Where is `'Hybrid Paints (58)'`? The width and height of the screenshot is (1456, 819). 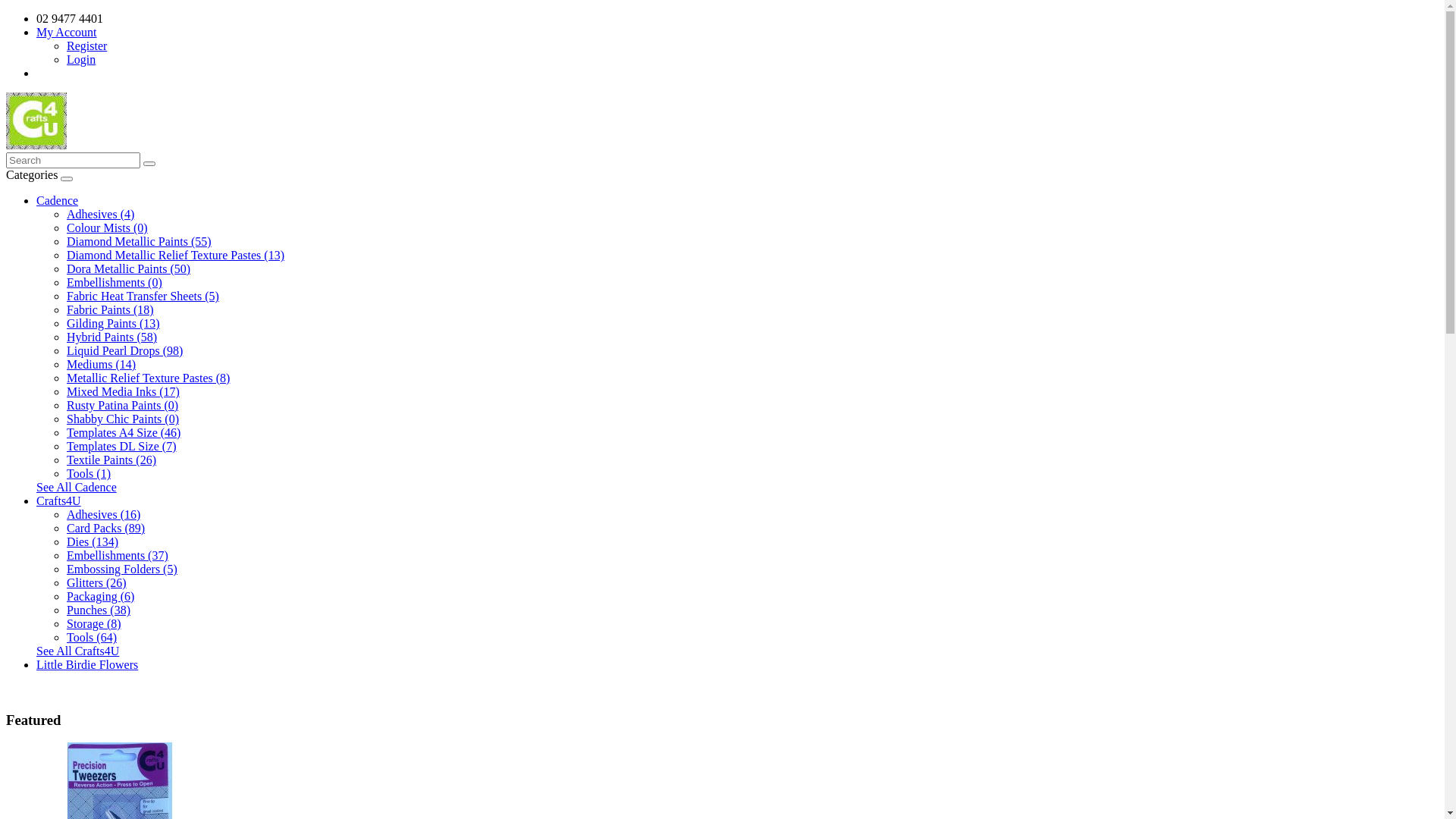 'Hybrid Paints (58)' is located at coordinates (65, 336).